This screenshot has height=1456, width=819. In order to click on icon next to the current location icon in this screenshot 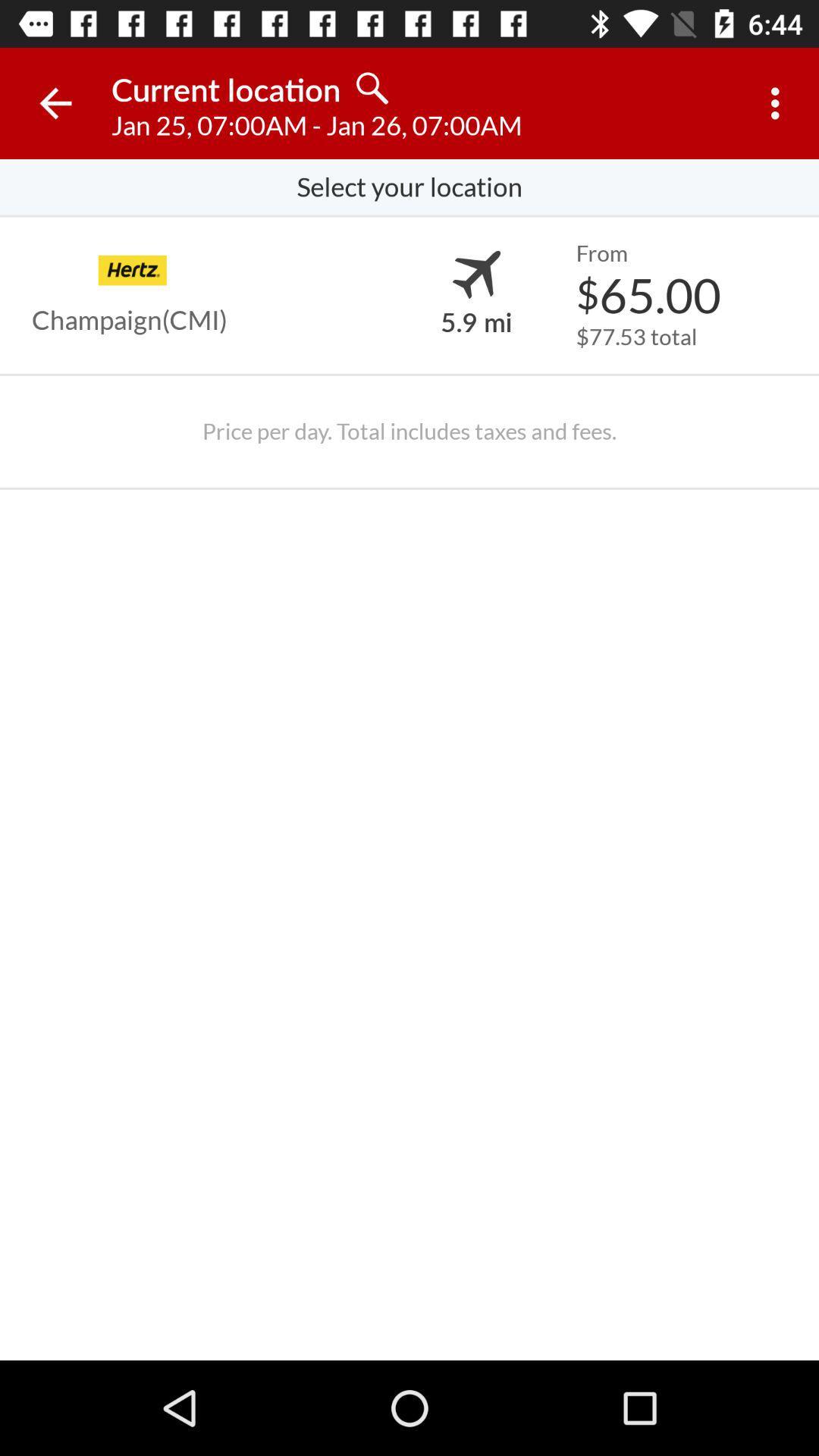, I will do `click(55, 102)`.